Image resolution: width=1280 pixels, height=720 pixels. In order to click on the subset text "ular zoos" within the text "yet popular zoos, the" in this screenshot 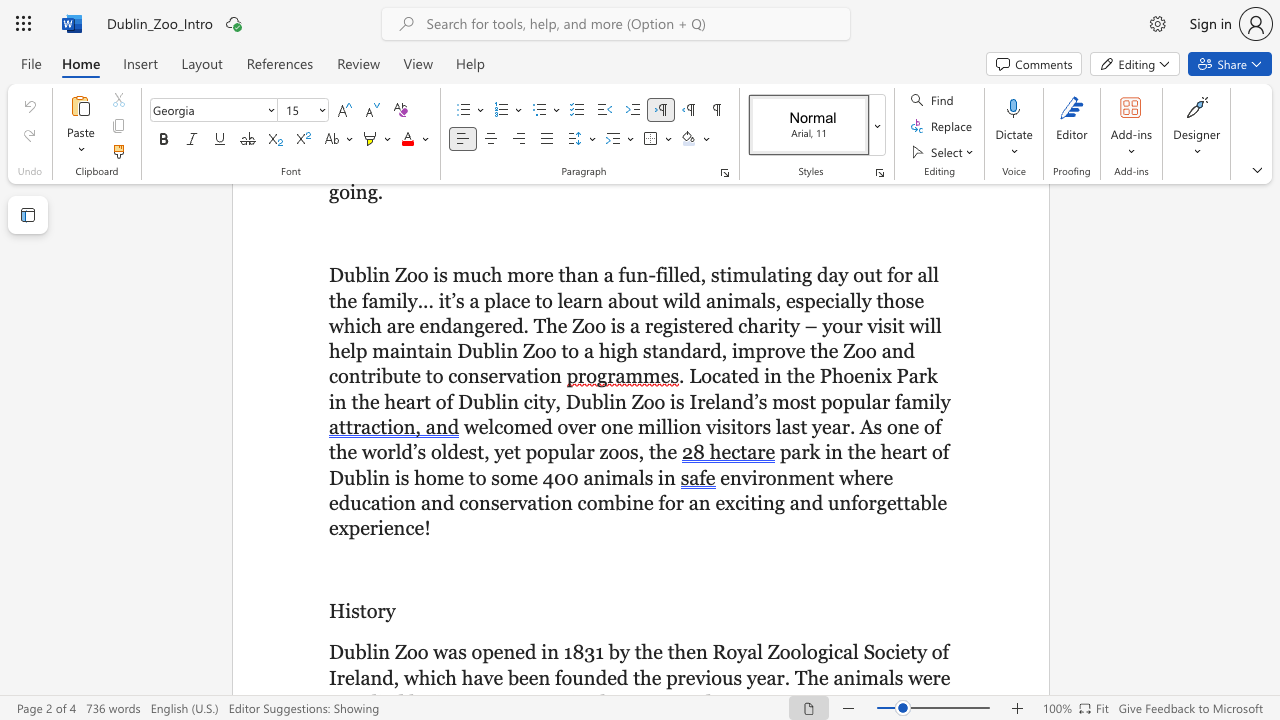, I will do `click(559, 452)`.